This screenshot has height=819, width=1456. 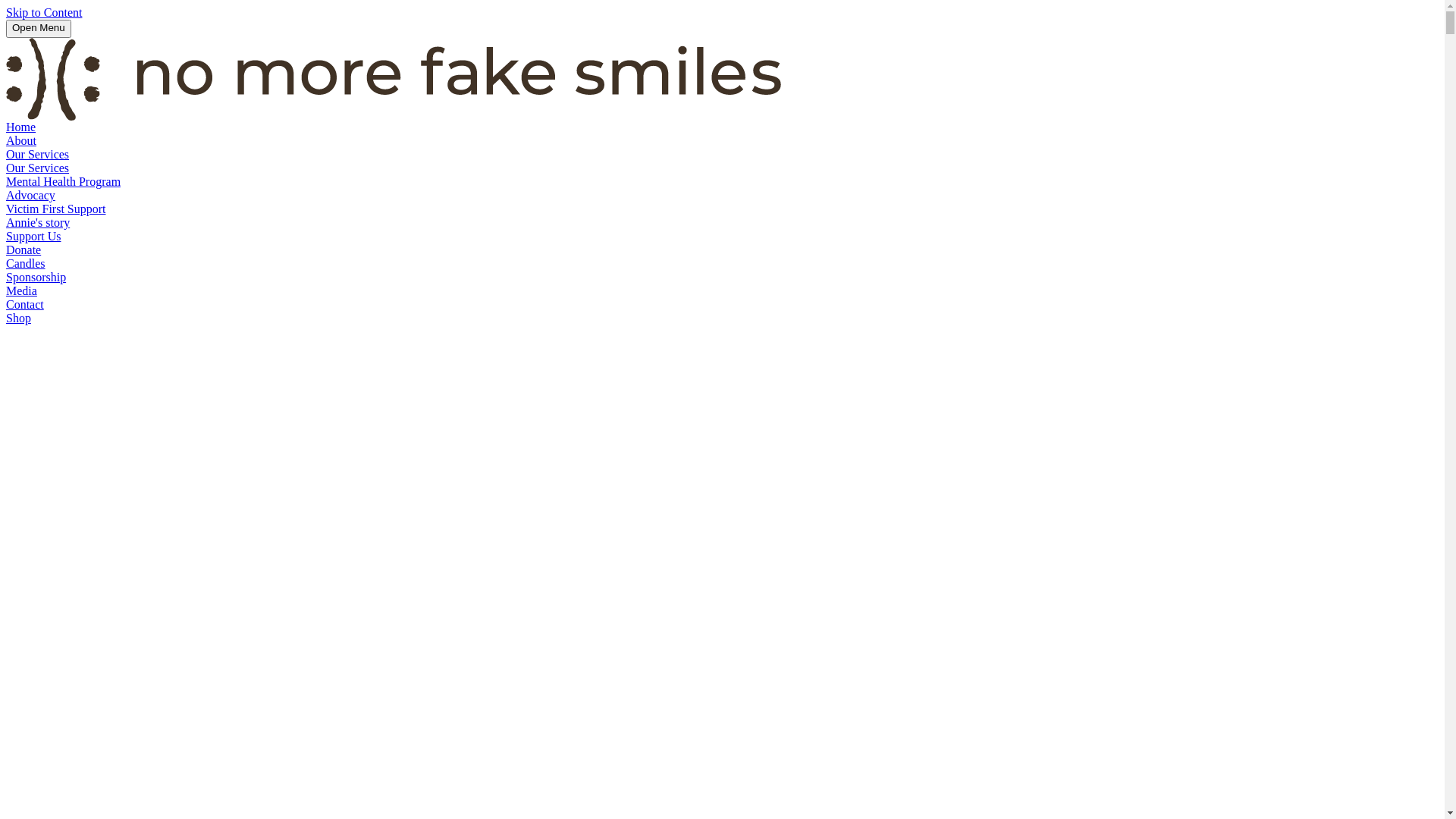 What do you see at coordinates (6, 317) in the screenshot?
I see `'Shop'` at bounding box center [6, 317].